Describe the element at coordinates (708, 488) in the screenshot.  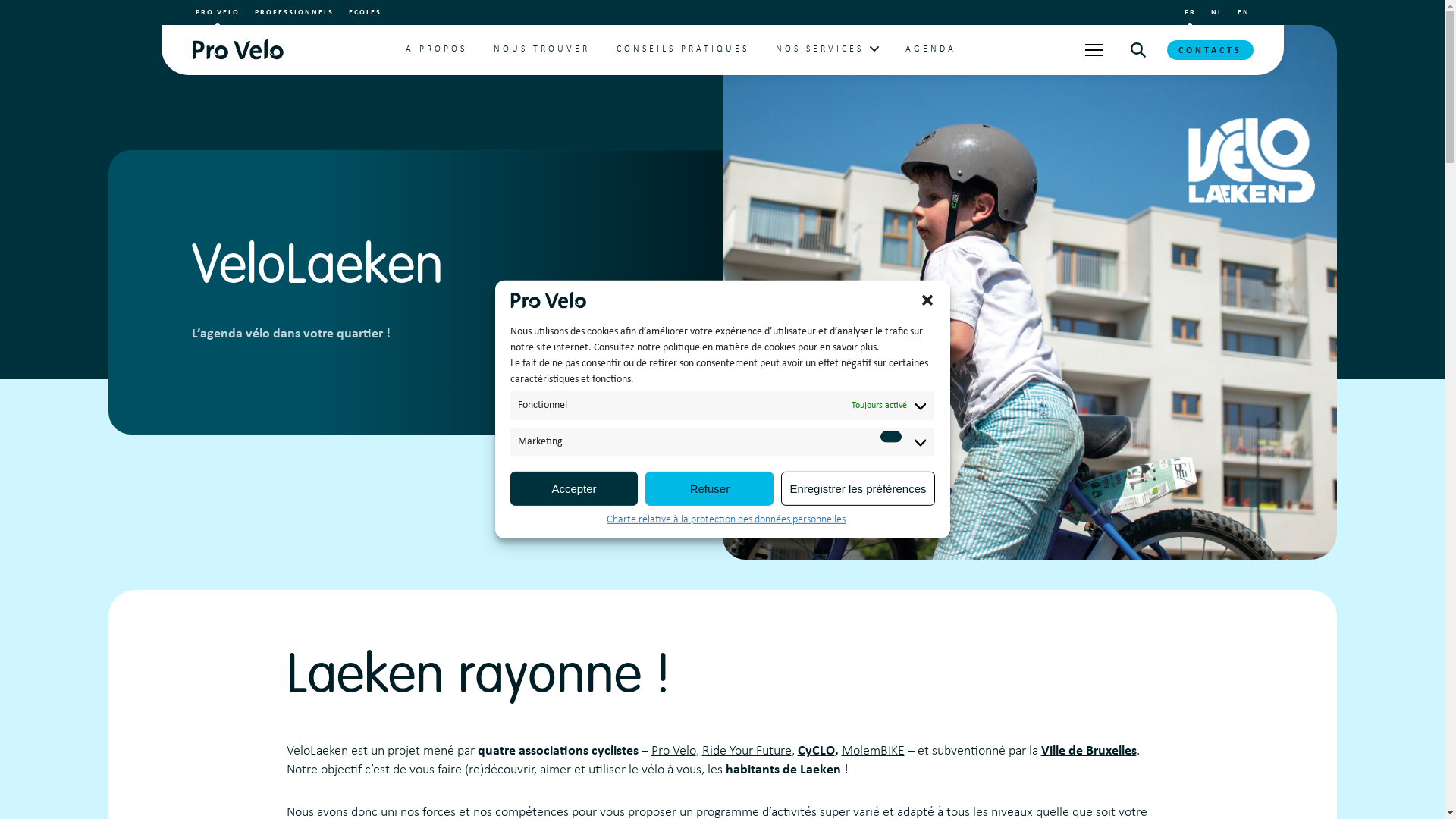
I see `'Refuser'` at that location.